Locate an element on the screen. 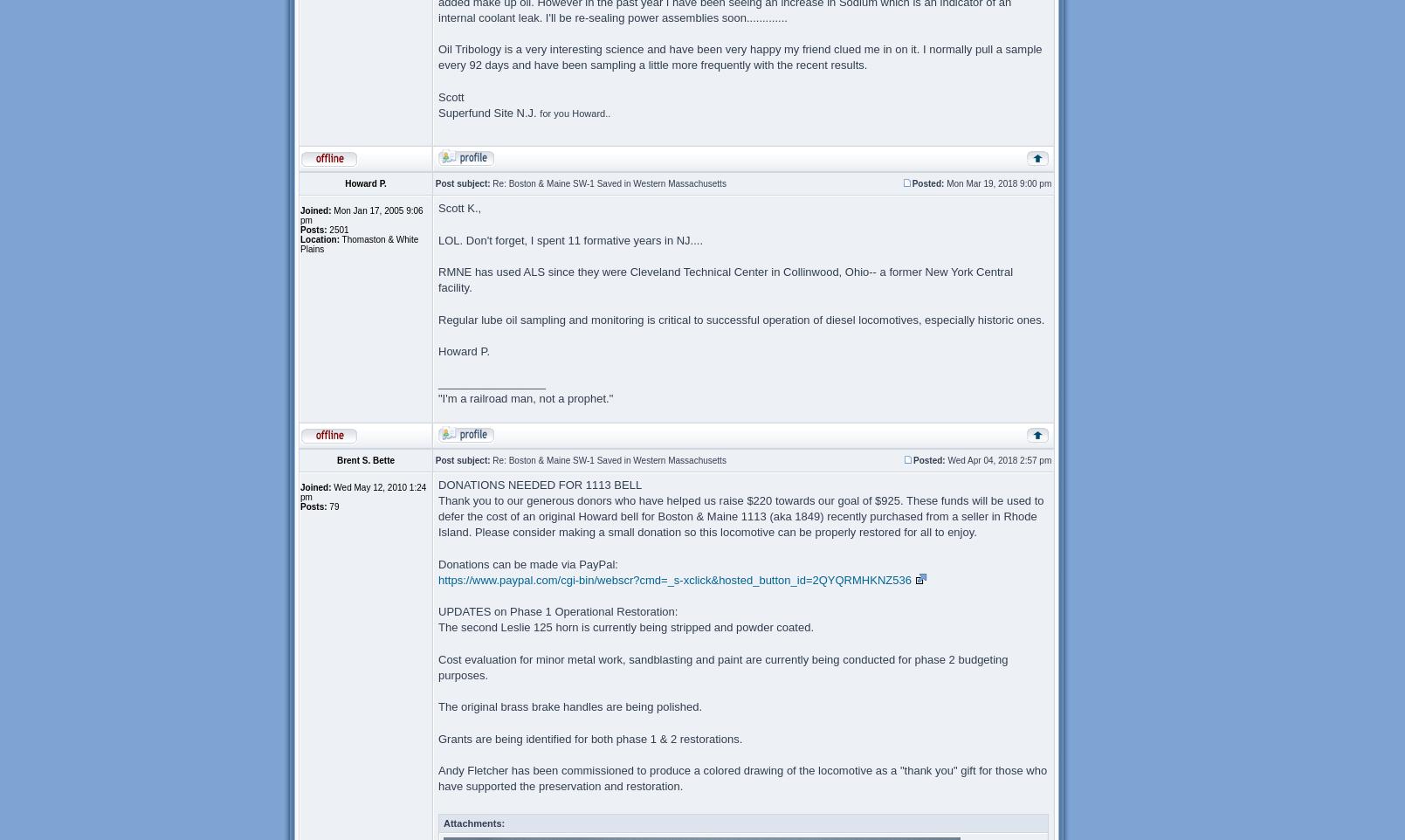 The width and height of the screenshot is (1405, 840). 'Scott K.,' is located at coordinates (458, 207).